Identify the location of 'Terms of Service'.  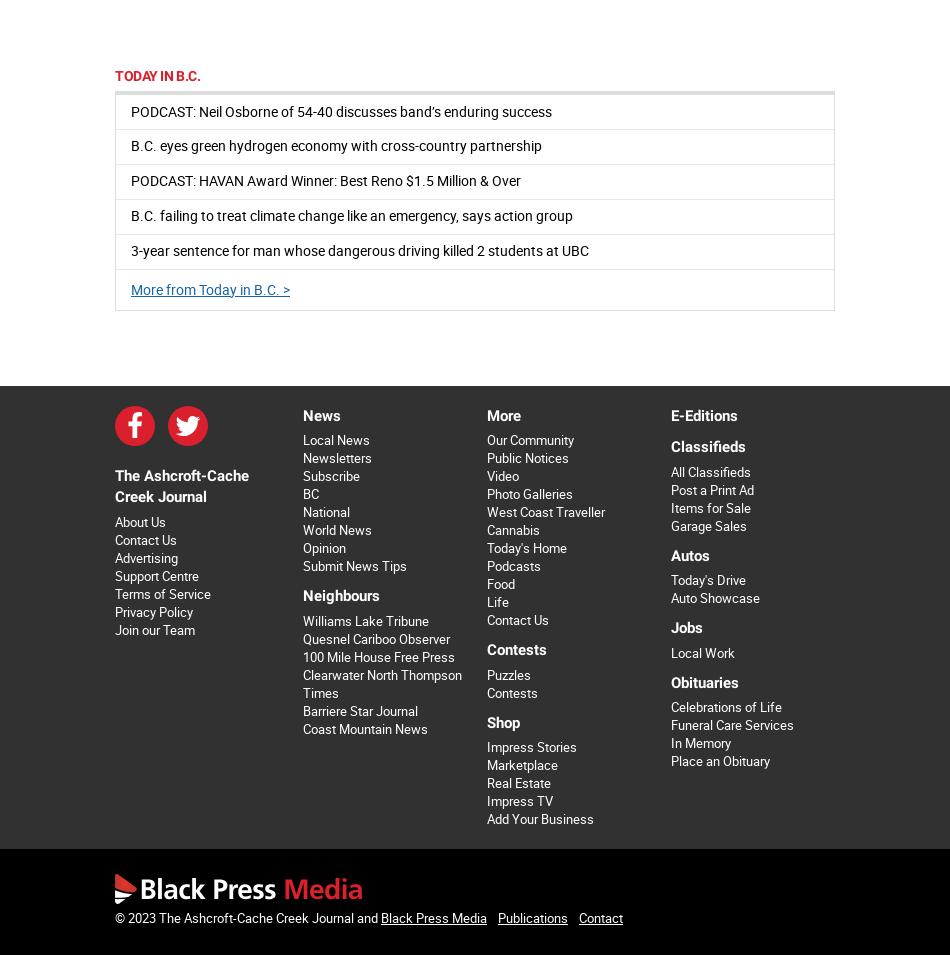
(163, 593).